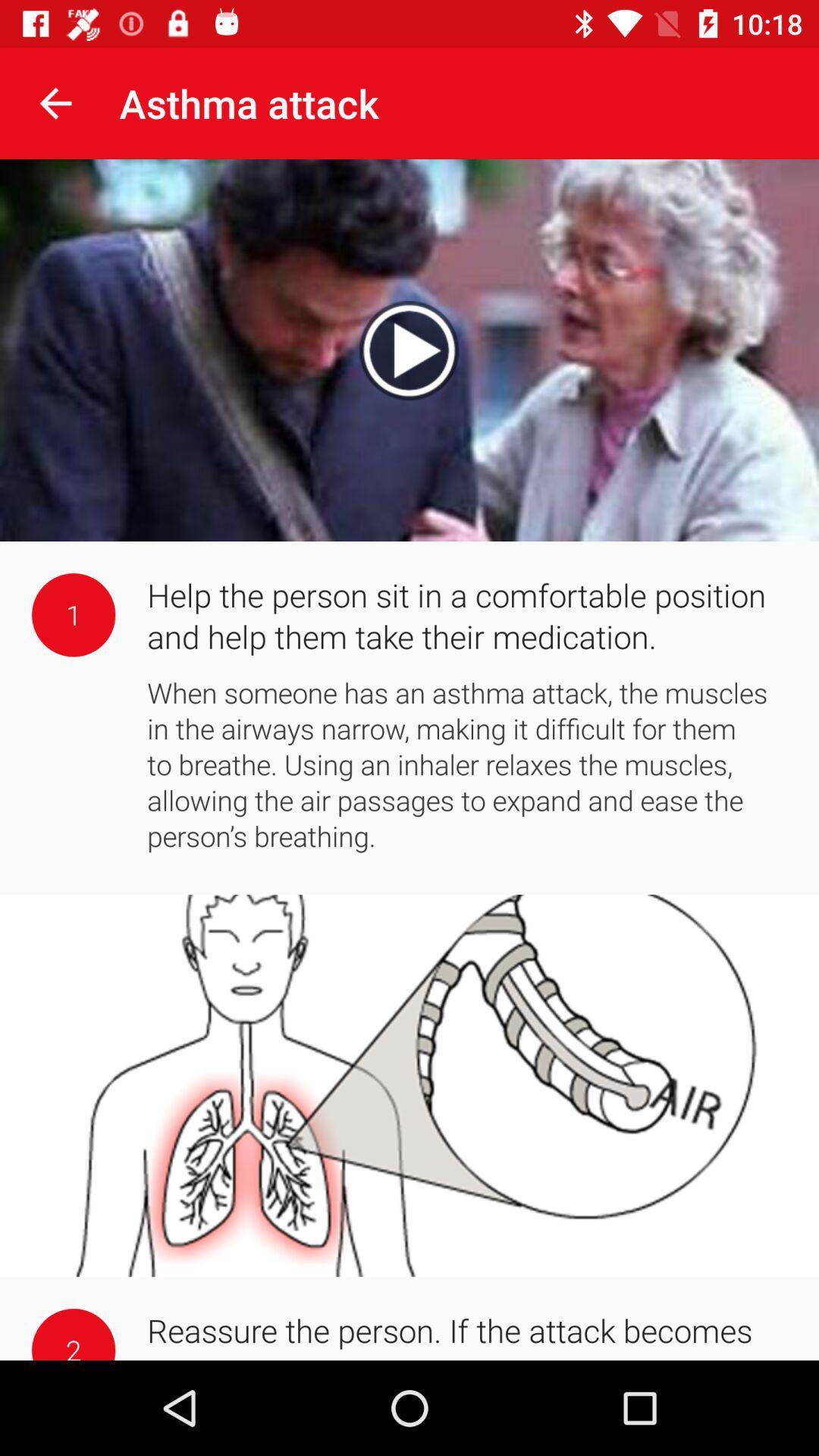 The image size is (819, 1456). What do you see at coordinates (55, 102) in the screenshot?
I see `the item to the left of the asthma attack app` at bounding box center [55, 102].